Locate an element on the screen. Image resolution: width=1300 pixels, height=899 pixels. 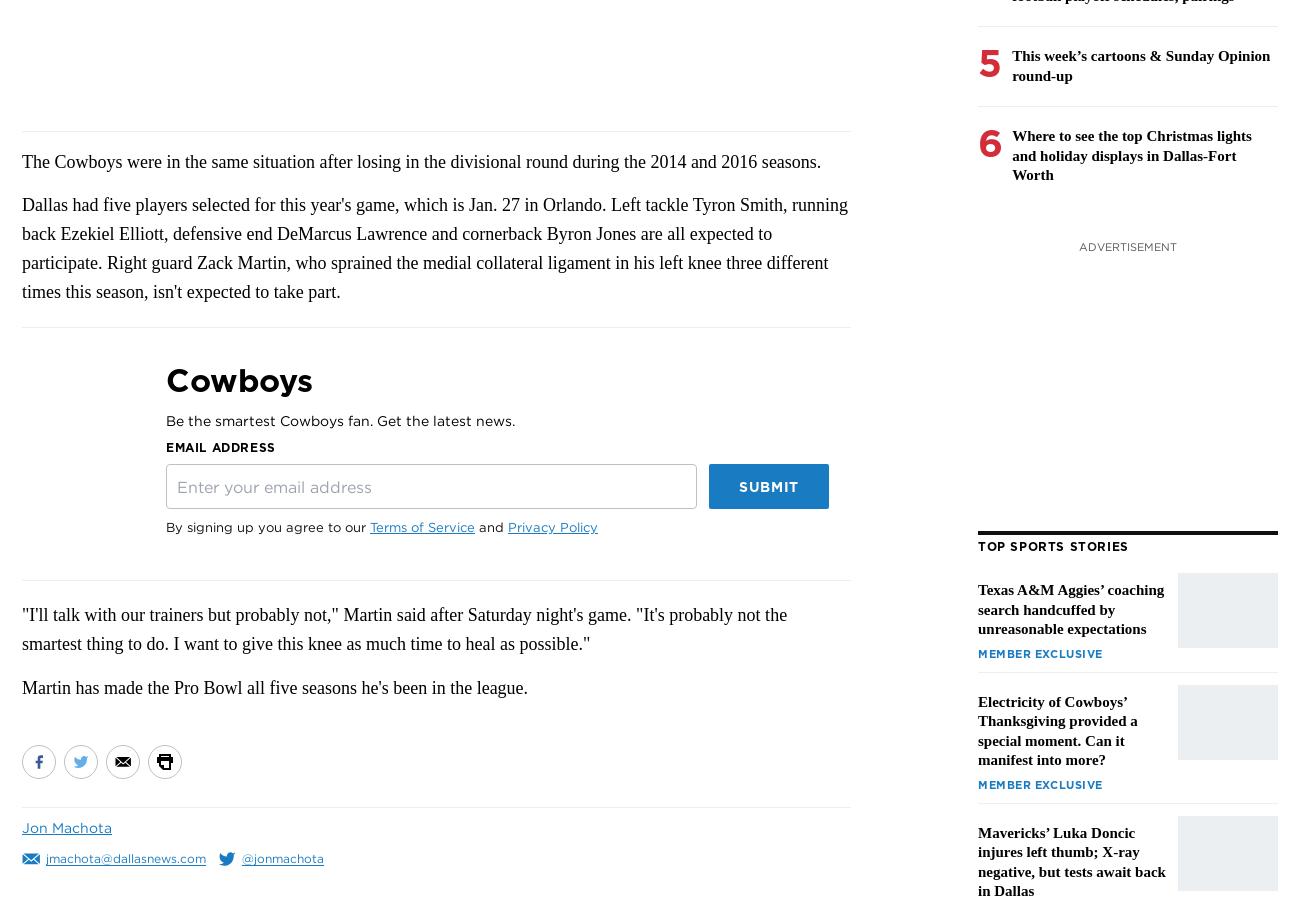
'Be the smartest Cowboys fan. Get the latest news.' is located at coordinates (166, 420).